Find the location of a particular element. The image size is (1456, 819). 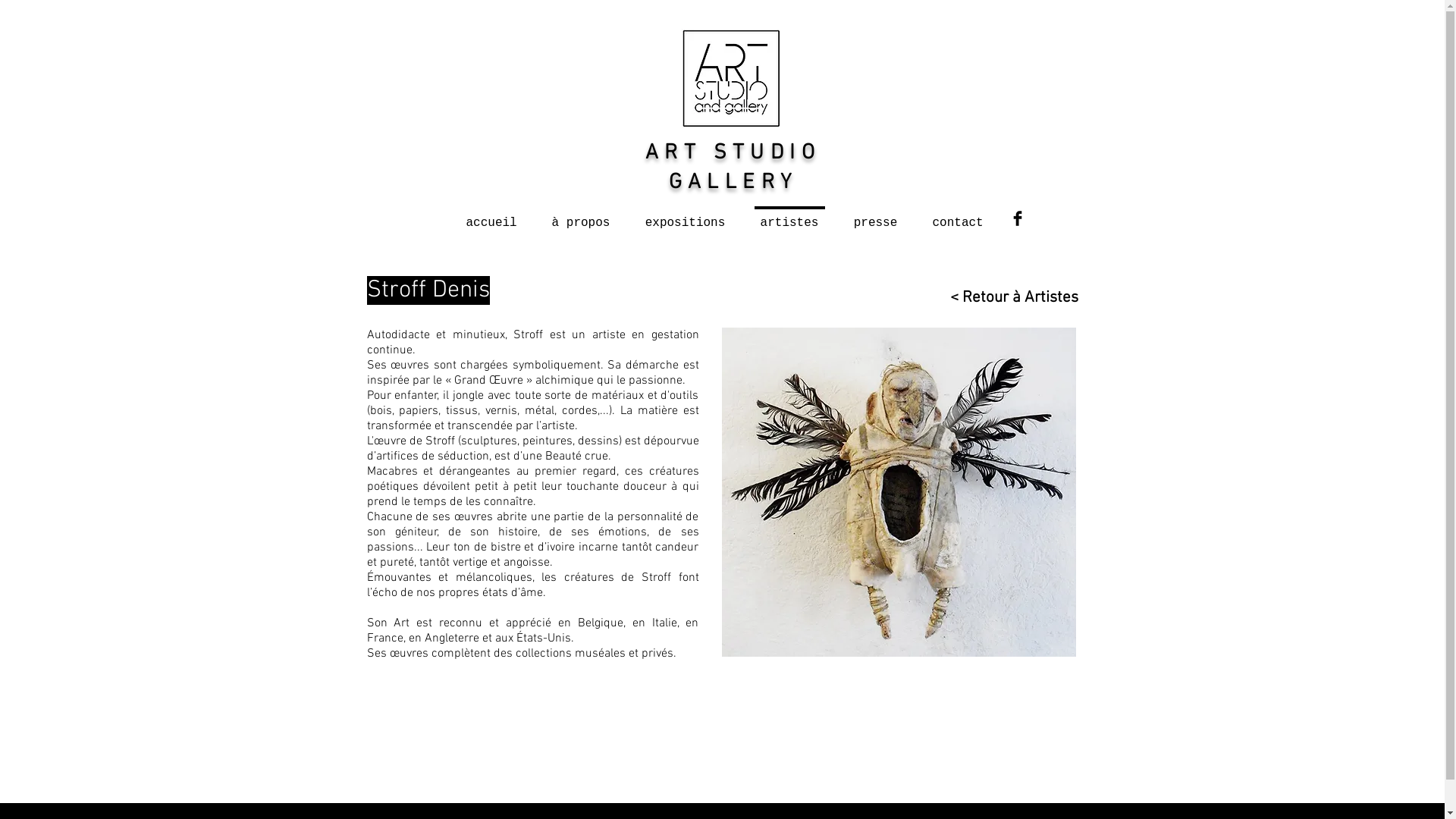

'expositions' is located at coordinates (684, 216).